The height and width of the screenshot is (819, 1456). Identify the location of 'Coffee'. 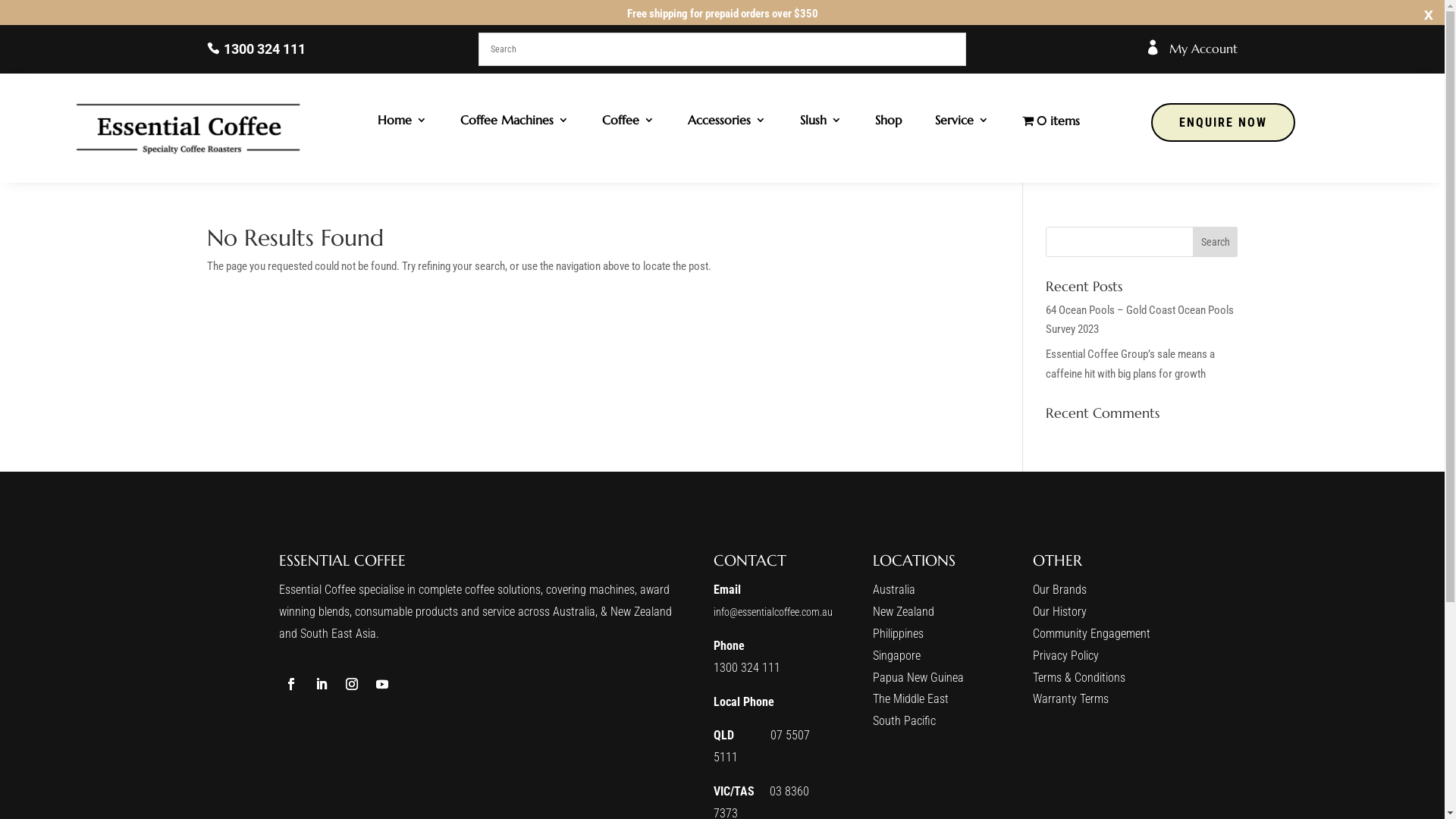
(628, 122).